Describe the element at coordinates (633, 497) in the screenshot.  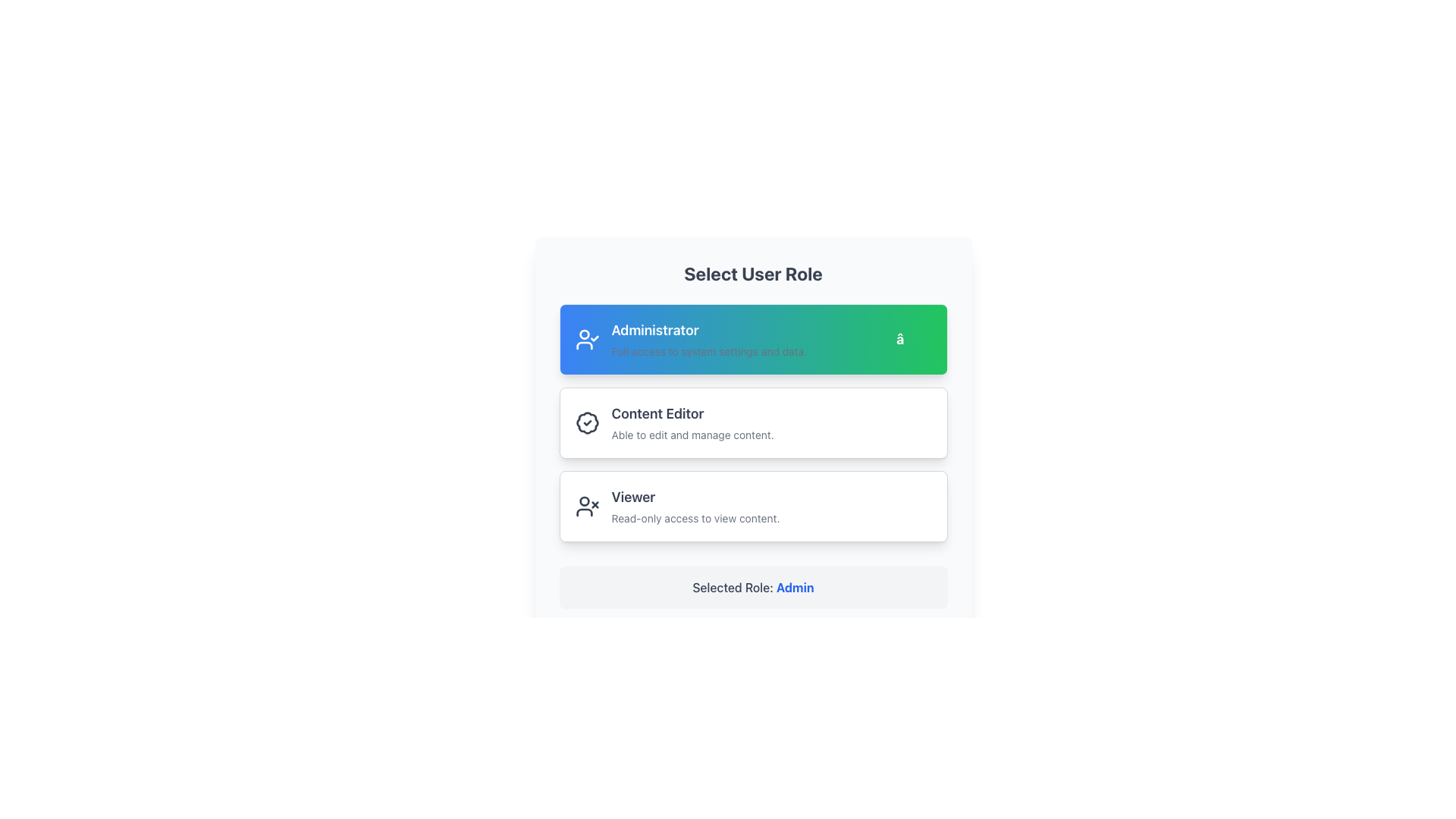
I see `the 'Viewer' label, which is a bold text label positioned at the top of a descriptive block about the Viewer role` at that location.